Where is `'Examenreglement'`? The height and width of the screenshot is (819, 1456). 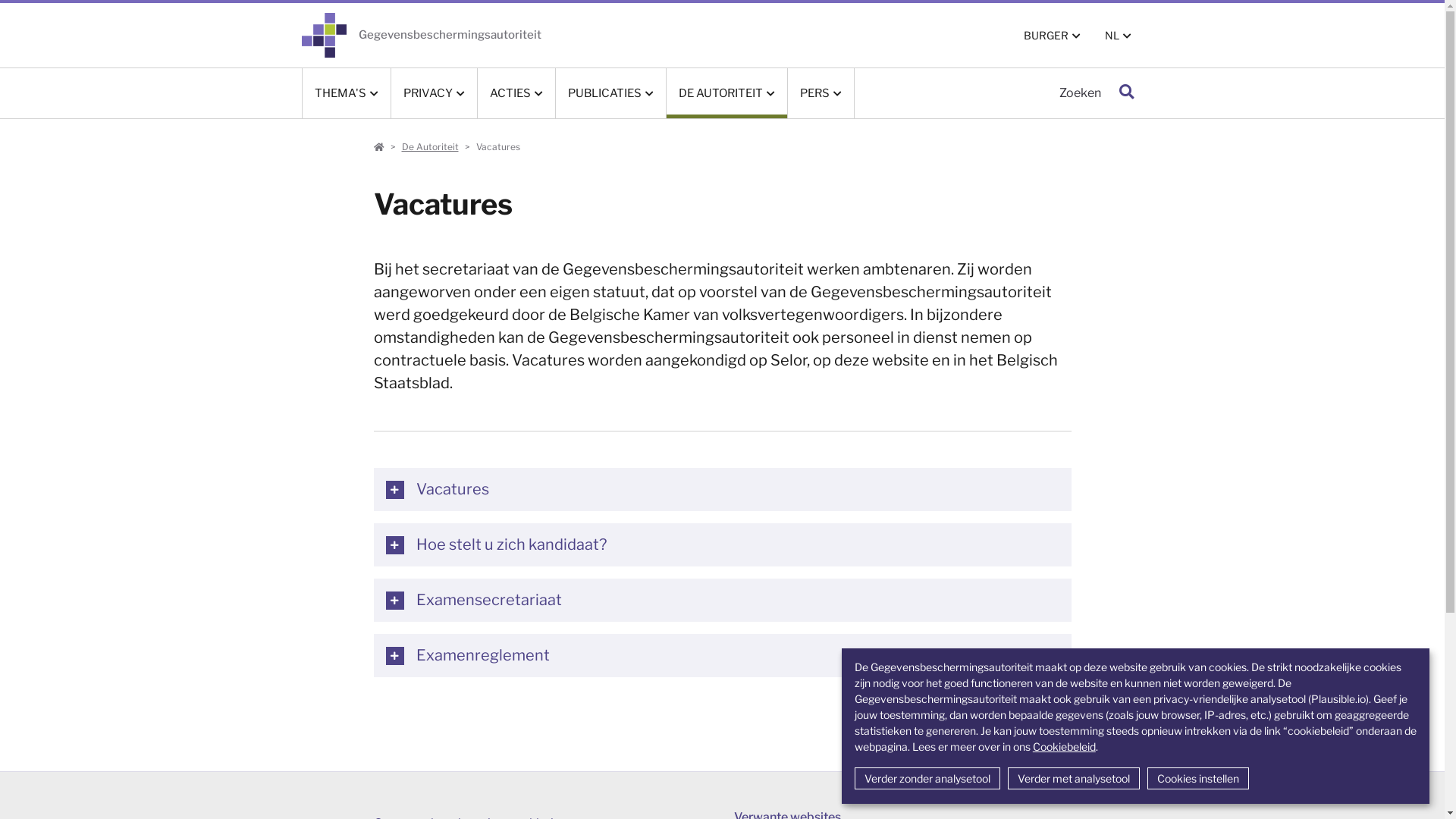 'Examenreglement' is located at coordinates (720, 654).